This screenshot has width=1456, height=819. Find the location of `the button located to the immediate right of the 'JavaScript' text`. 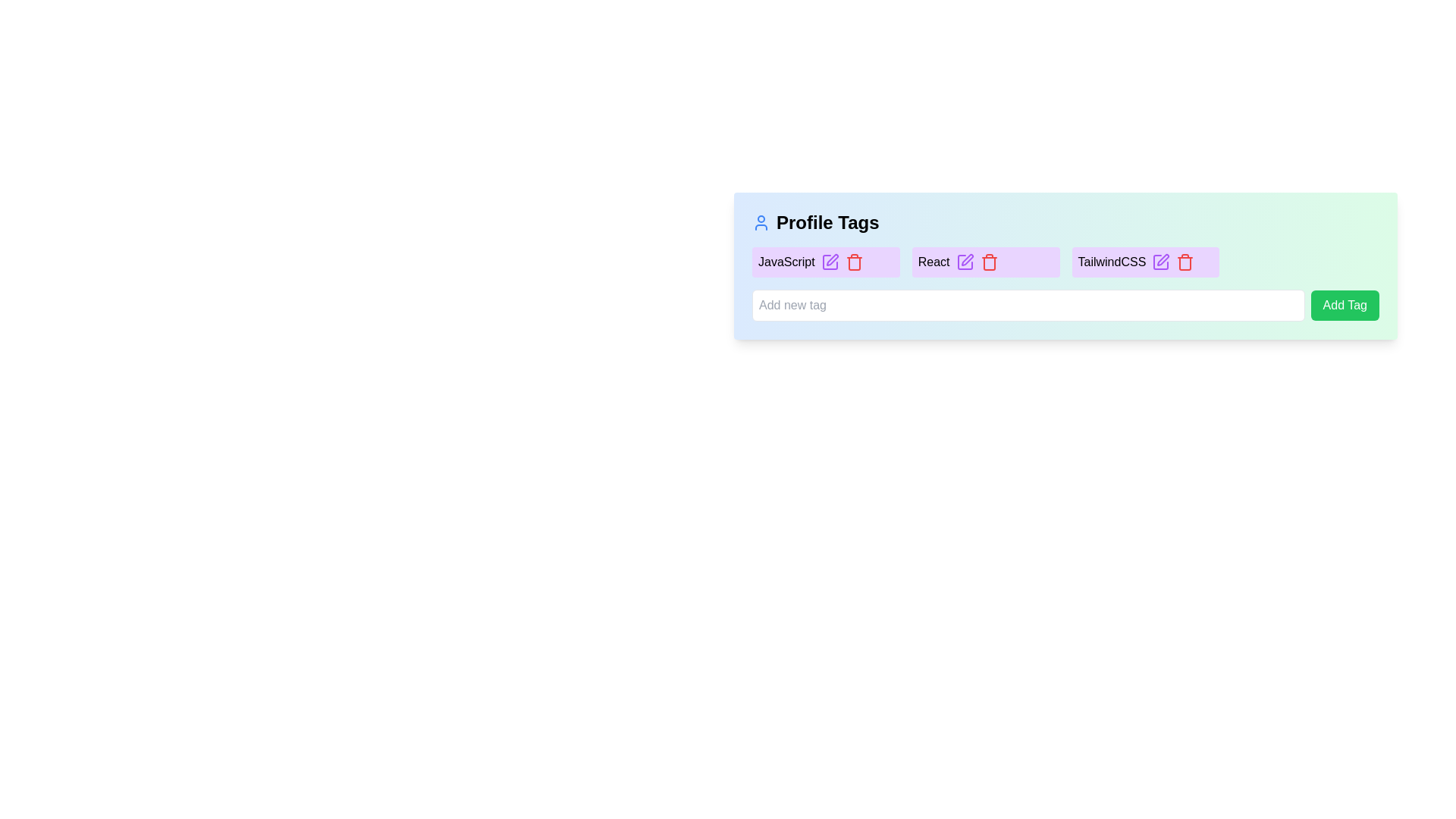

the button located to the immediate right of the 'JavaScript' text is located at coordinates (829, 262).